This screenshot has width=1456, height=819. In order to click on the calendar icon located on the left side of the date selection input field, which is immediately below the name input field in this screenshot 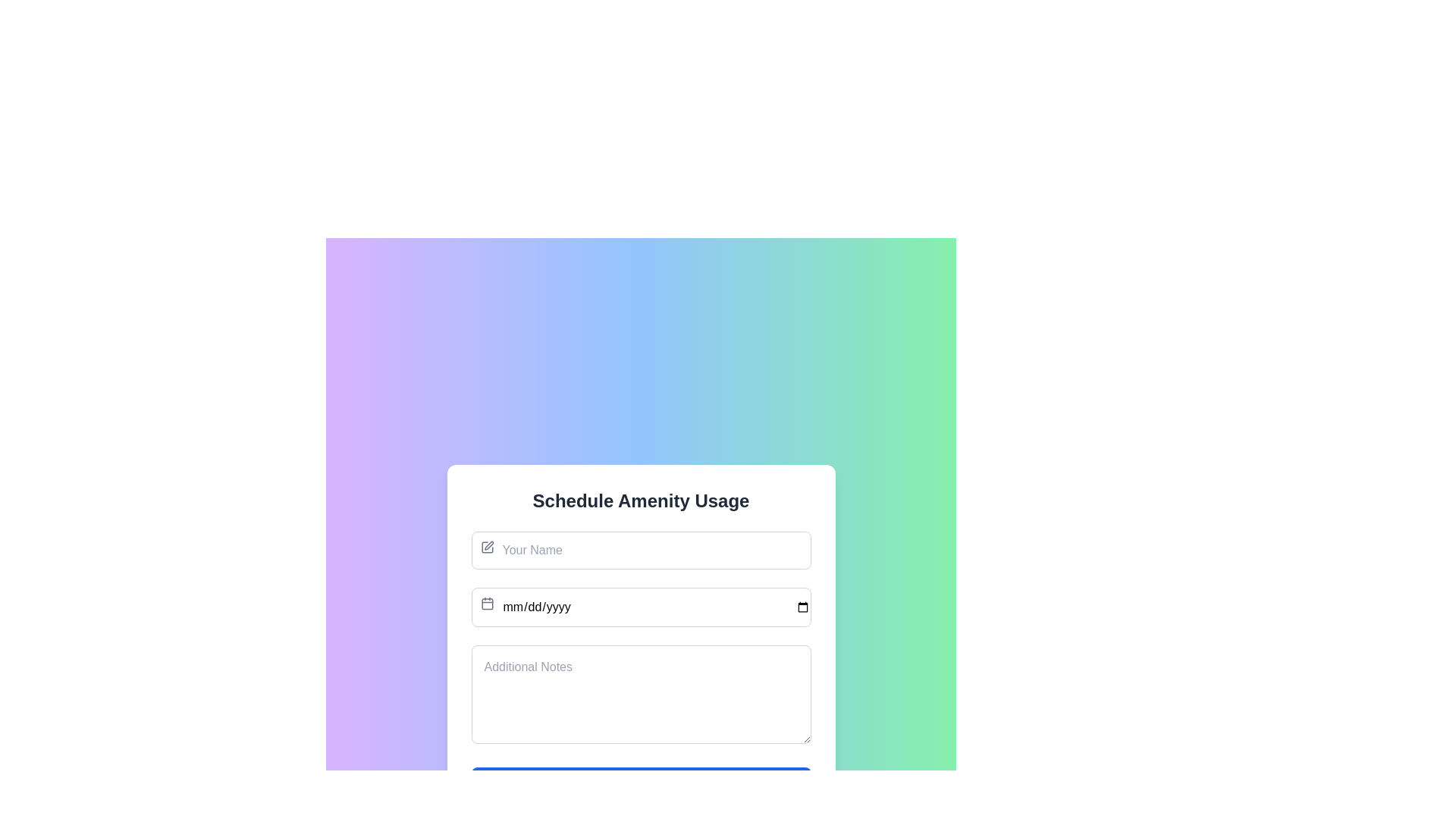, I will do `click(487, 602)`.